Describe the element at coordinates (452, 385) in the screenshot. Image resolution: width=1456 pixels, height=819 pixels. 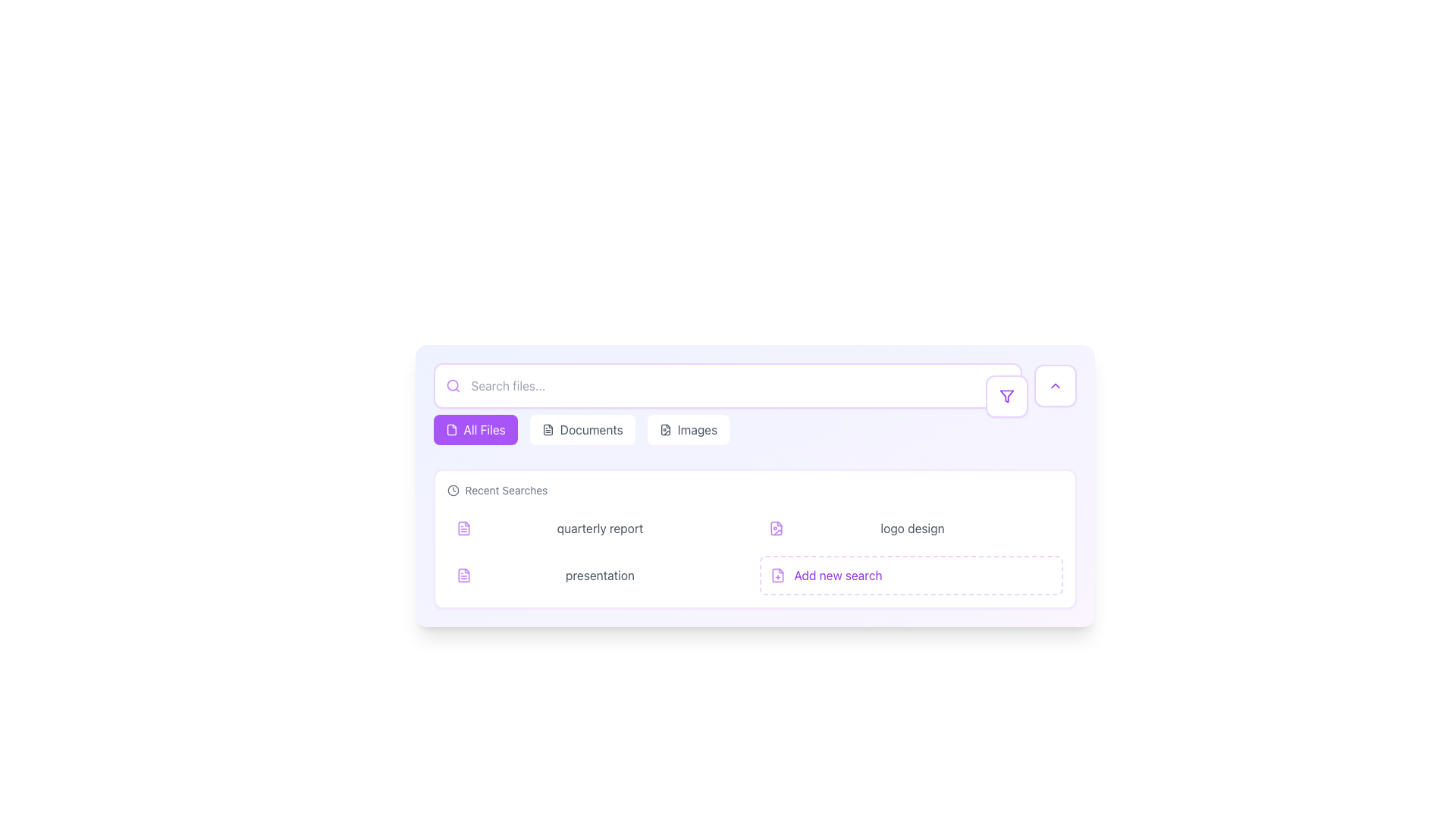
I see `the modern purple magnifying glass search icon located on the left edge of the search input bar, which is aligned vertically with its center` at that location.